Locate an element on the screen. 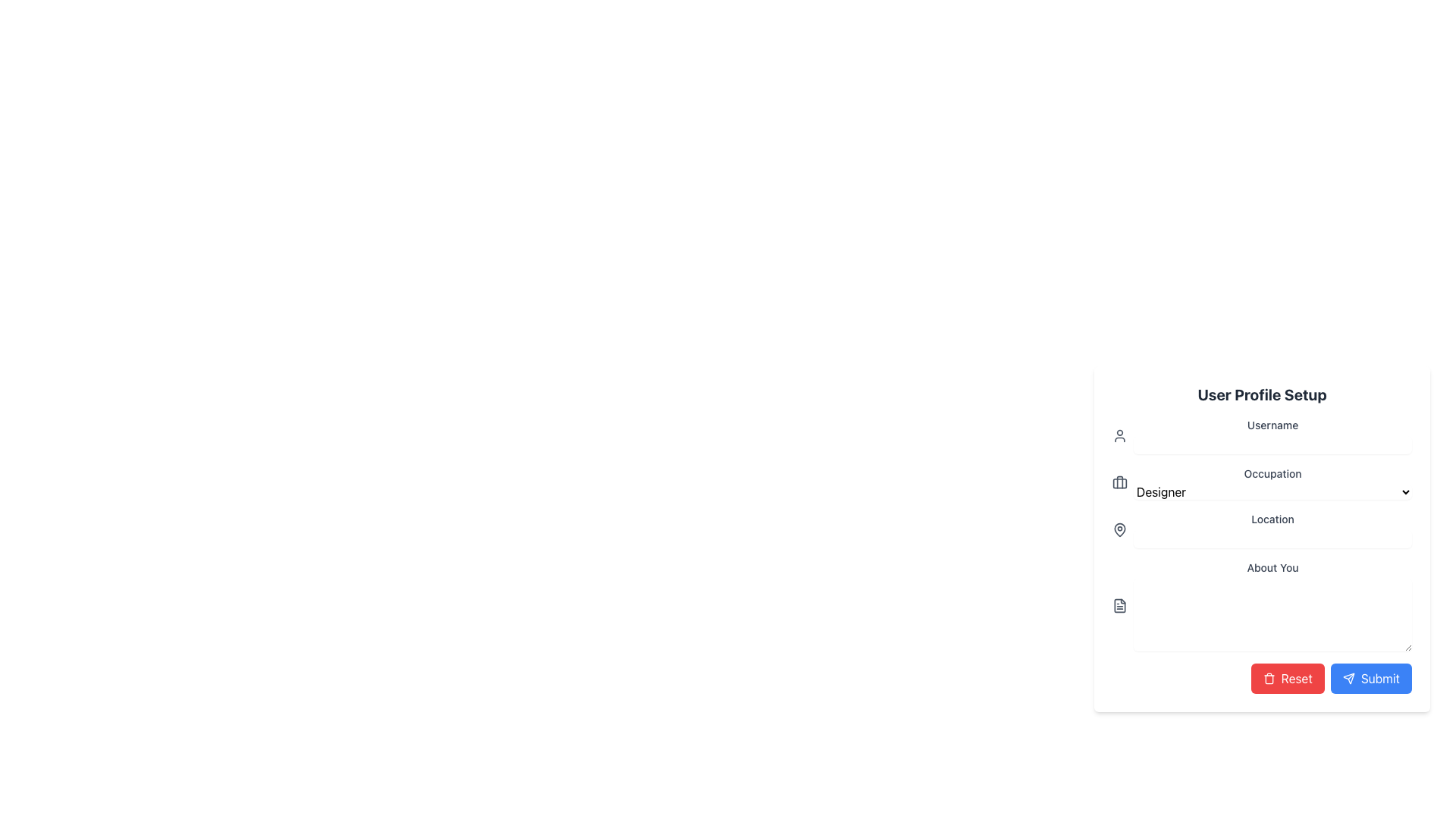  the input field related to the 'Location' section header is located at coordinates (1262, 529).